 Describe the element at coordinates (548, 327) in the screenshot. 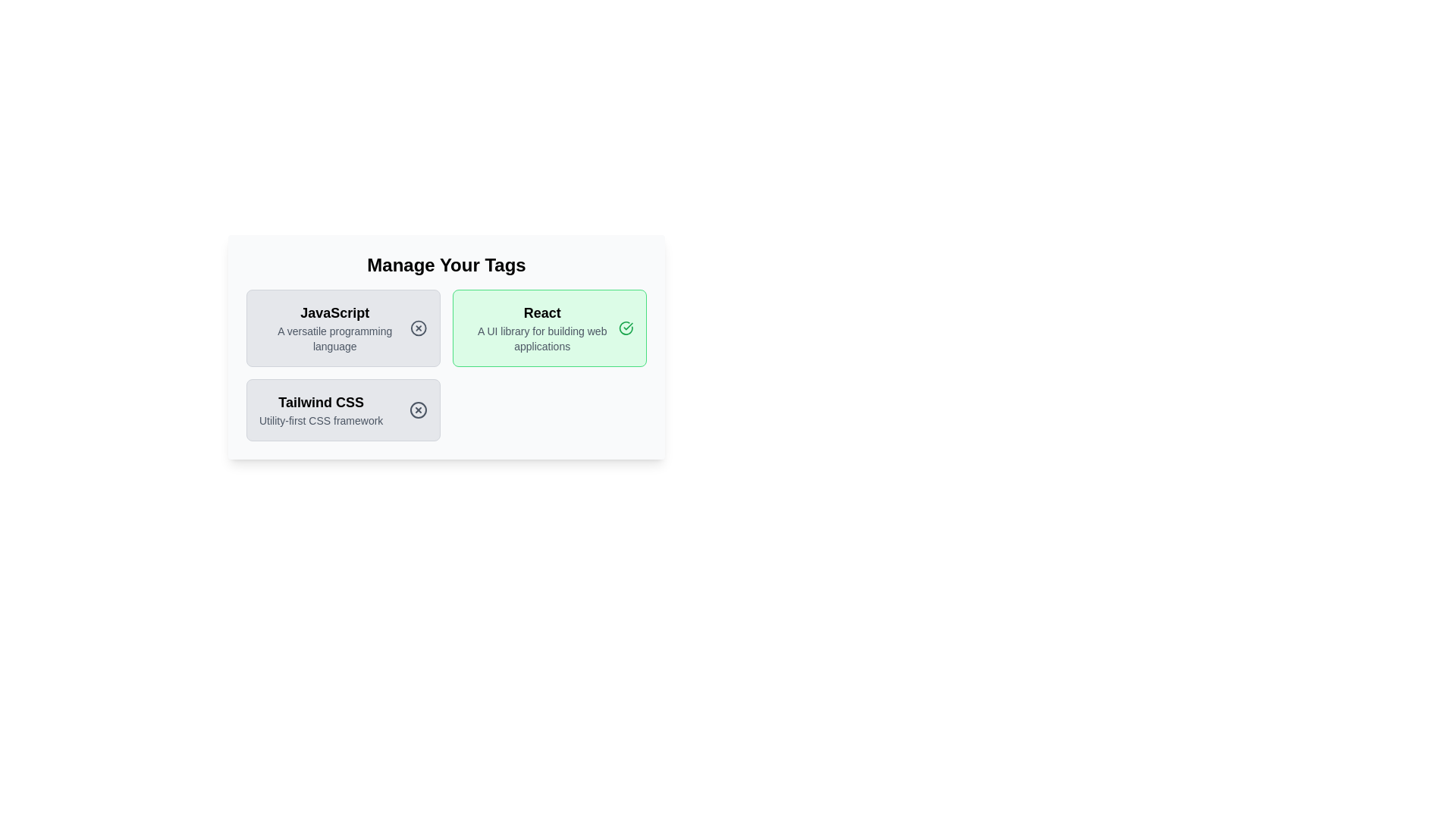

I see `the tag with name React` at that location.